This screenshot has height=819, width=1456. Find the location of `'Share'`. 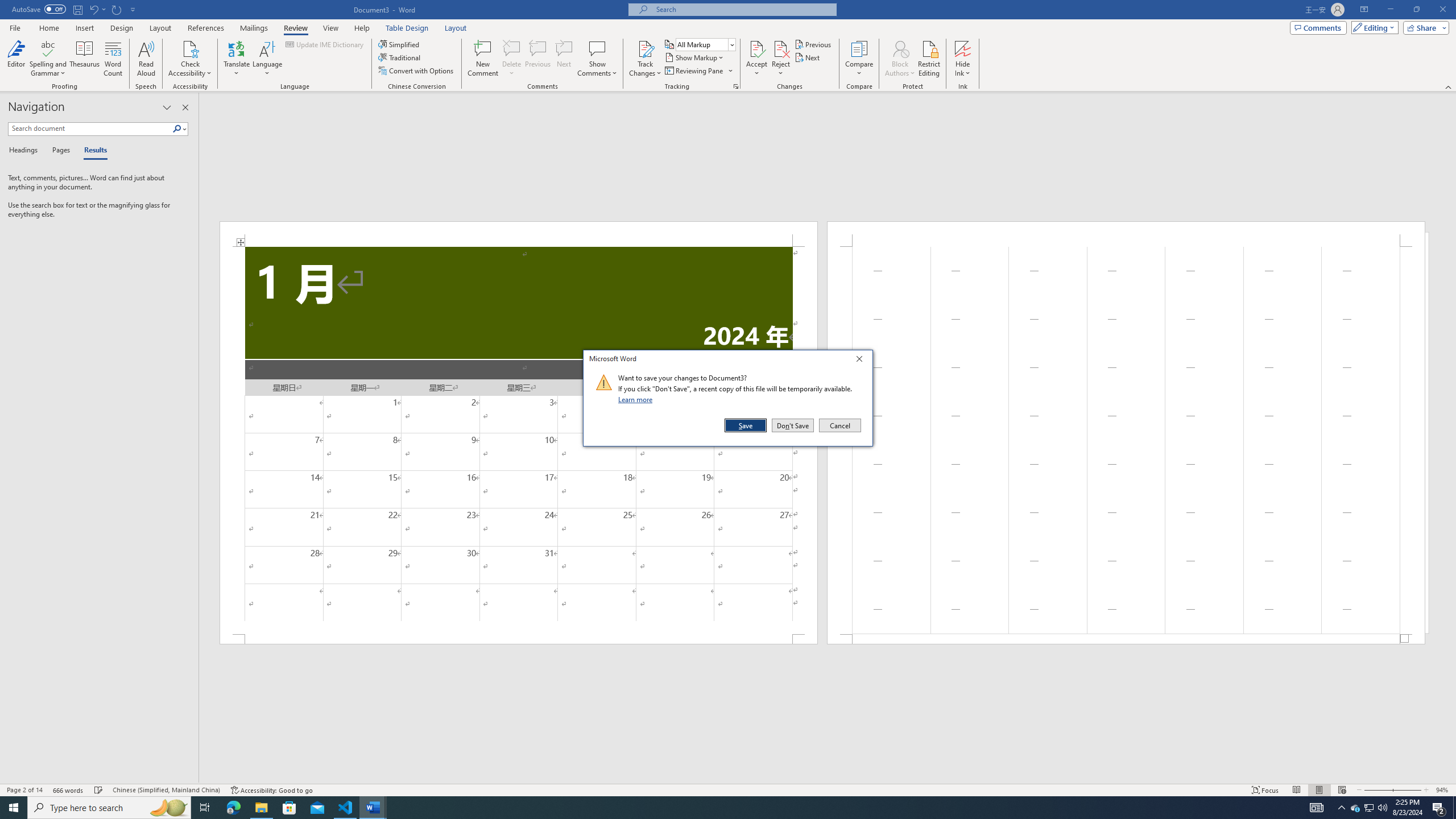

'Share' is located at coordinates (1423, 27).